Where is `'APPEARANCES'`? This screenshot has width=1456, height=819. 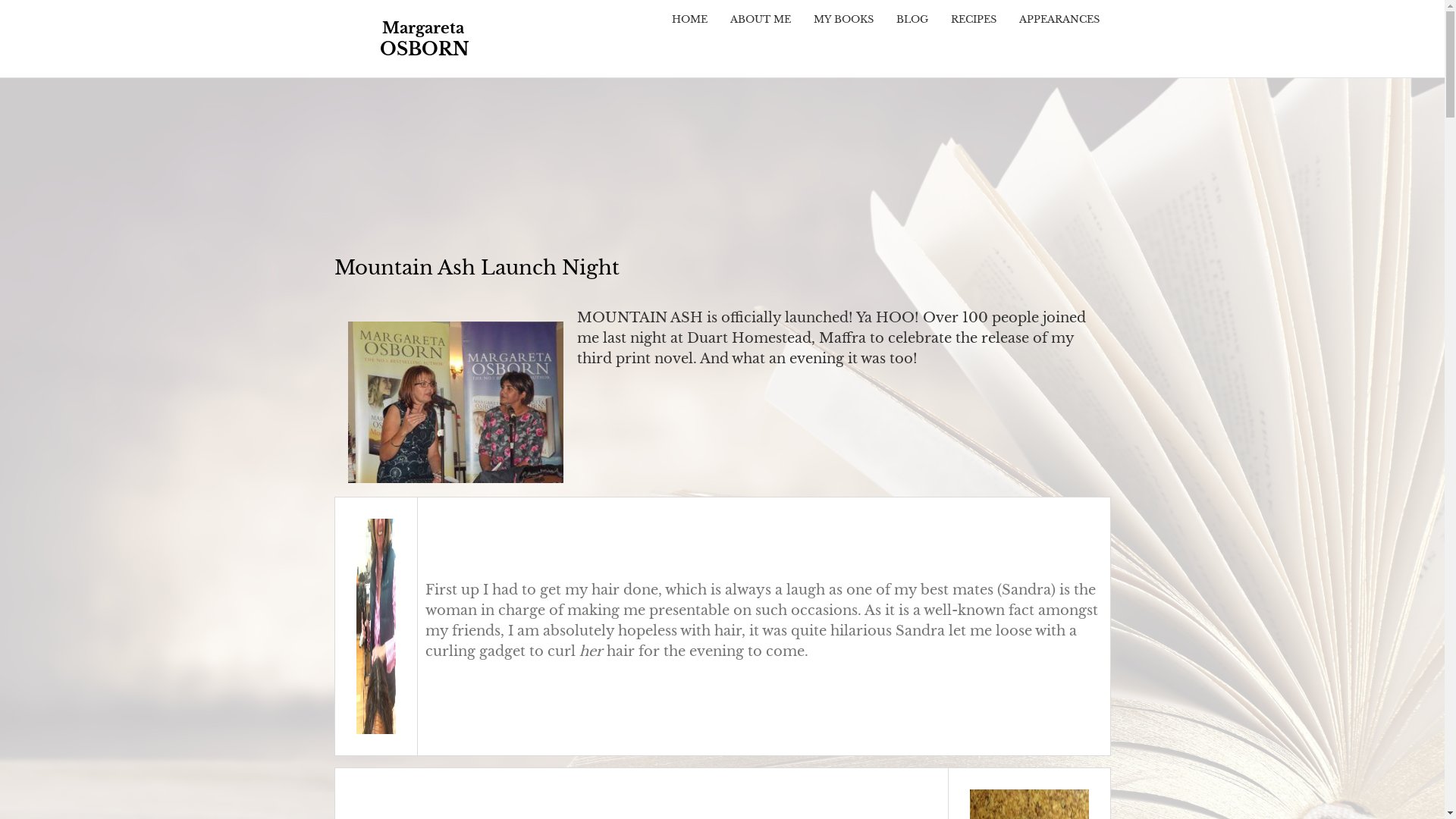
'APPEARANCES' is located at coordinates (1007, 19).